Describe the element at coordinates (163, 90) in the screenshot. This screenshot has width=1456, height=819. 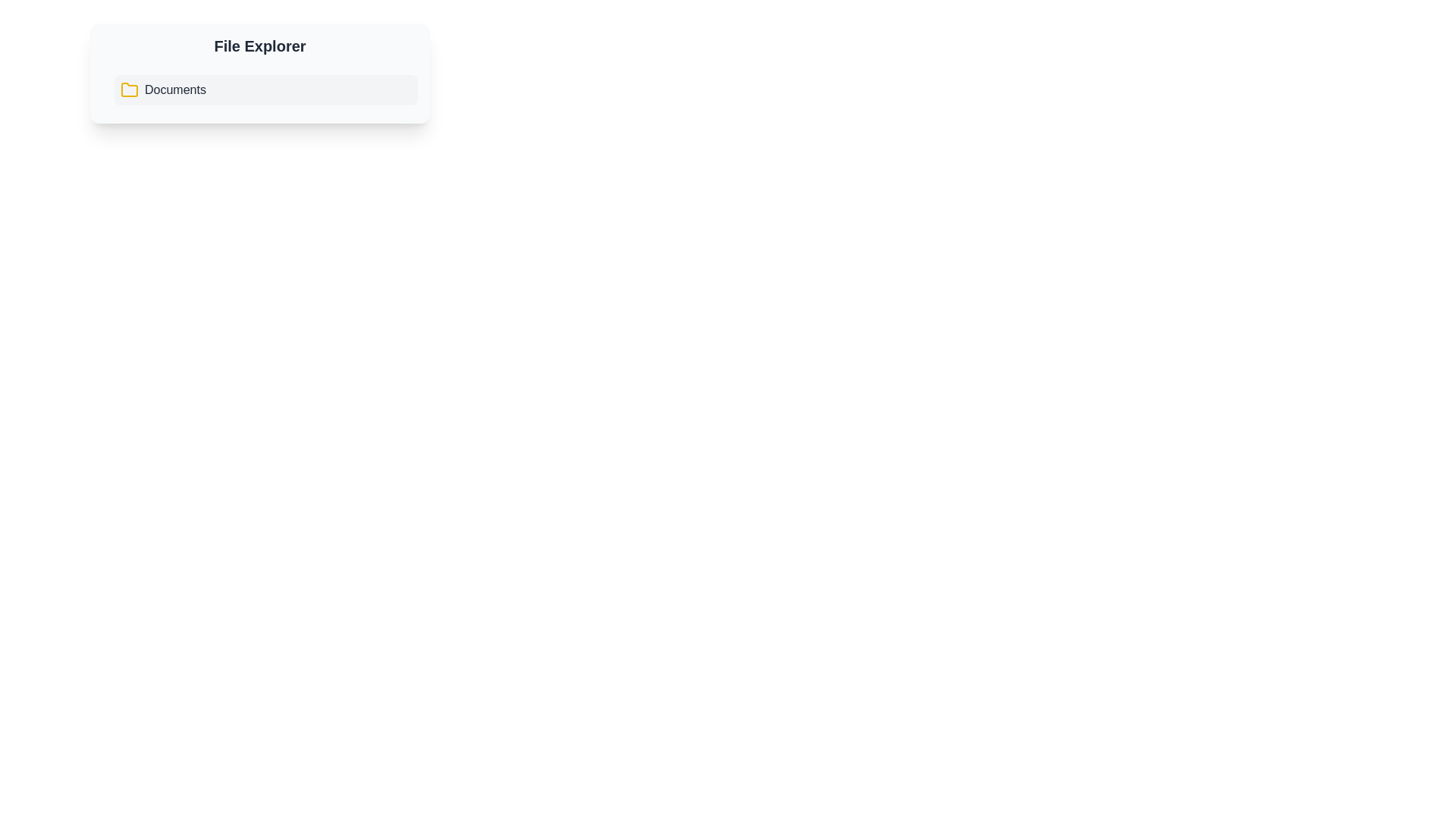
I see `the folder icon labeled 'Documents'` at that location.